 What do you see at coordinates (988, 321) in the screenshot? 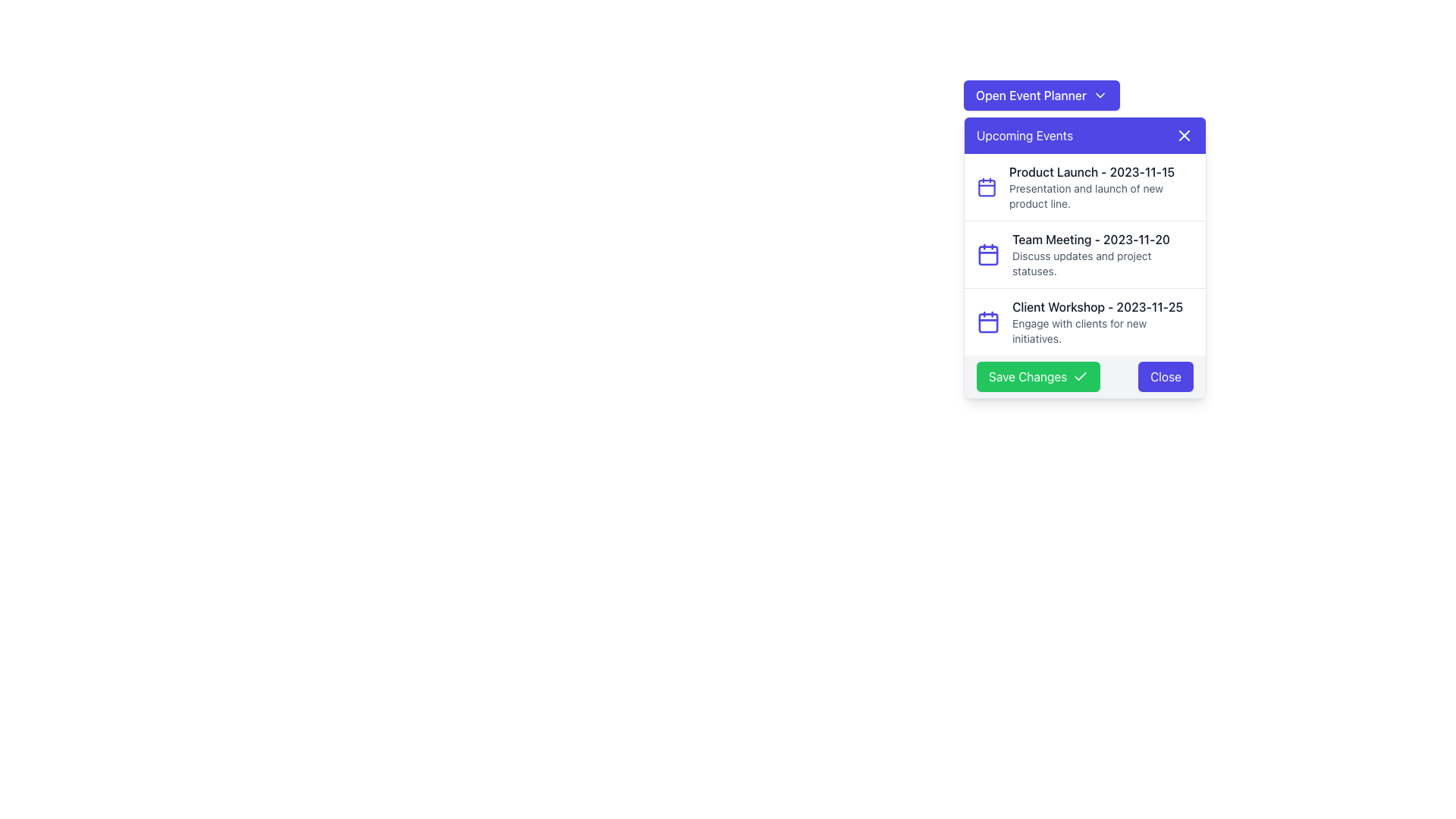
I see `the calendar icon representing the event date for the 'Client Workshop - 2023-11-25' in the 'Upcoming Events' panel` at bounding box center [988, 321].